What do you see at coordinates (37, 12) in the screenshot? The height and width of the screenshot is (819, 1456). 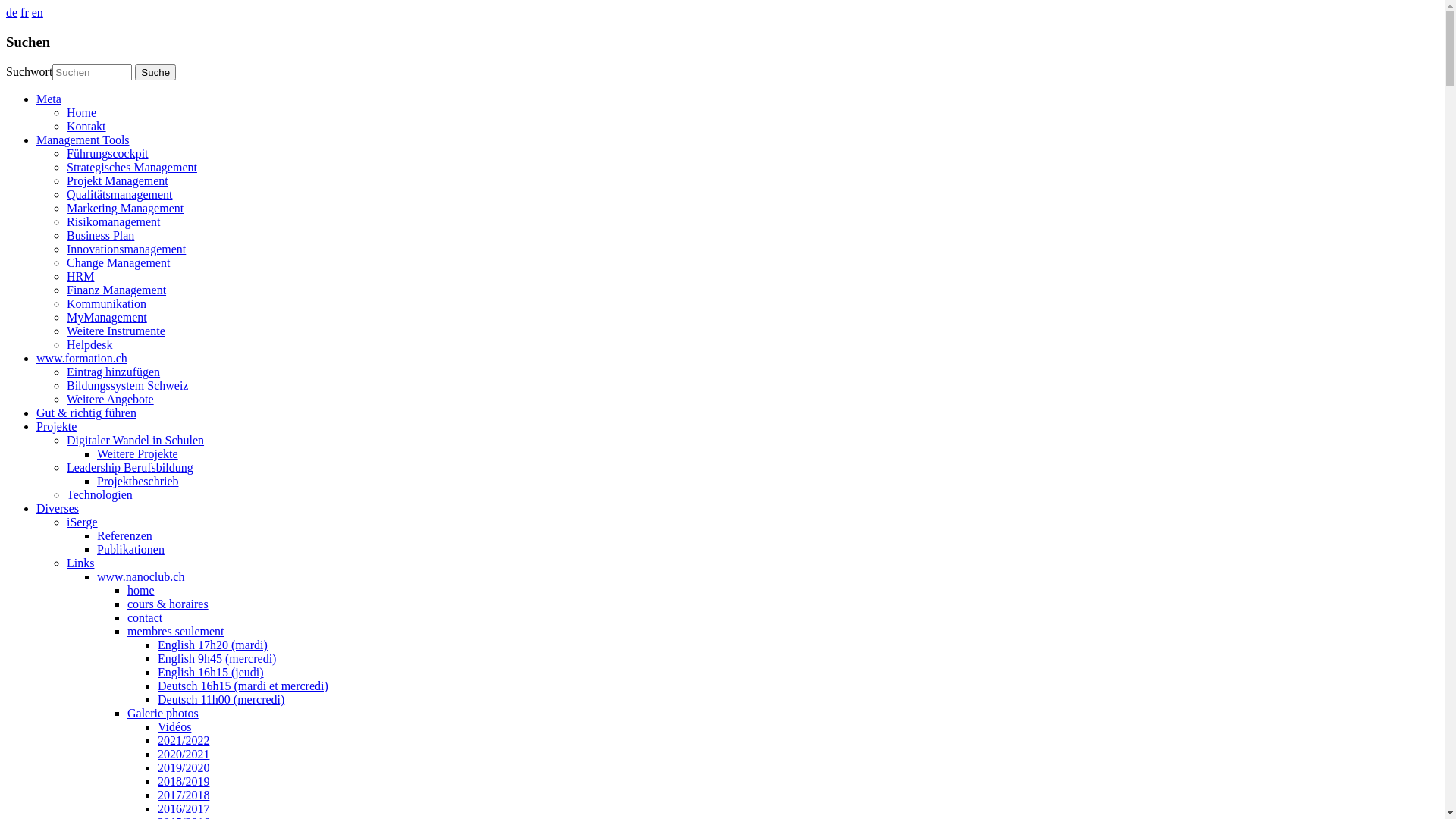 I see `'en'` at bounding box center [37, 12].